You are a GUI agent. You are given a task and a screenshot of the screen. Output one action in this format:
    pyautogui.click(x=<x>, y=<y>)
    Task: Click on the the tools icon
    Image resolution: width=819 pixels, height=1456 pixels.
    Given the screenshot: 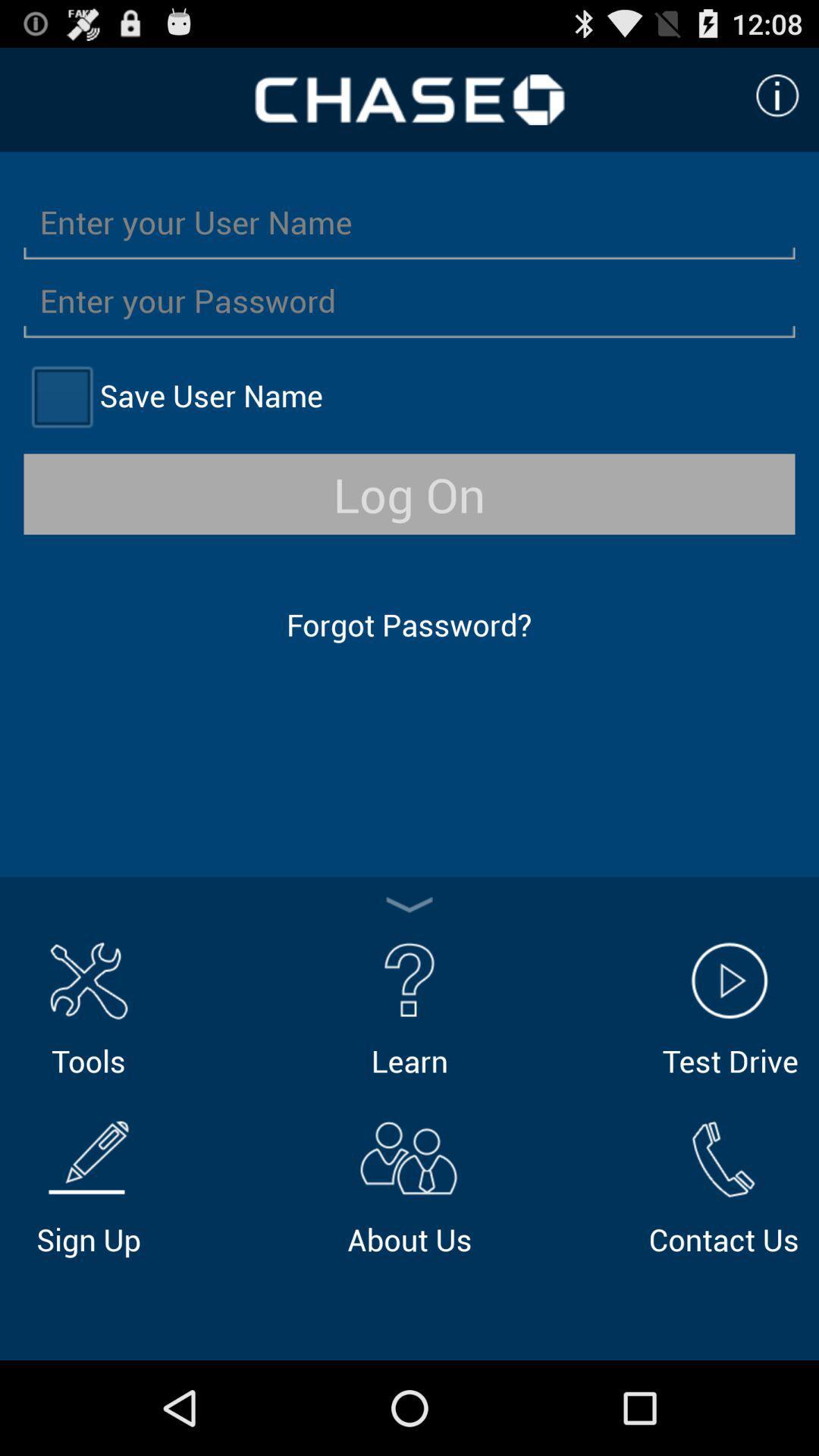 What is the action you would take?
    pyautogui.click(x=88, y=1006)
    